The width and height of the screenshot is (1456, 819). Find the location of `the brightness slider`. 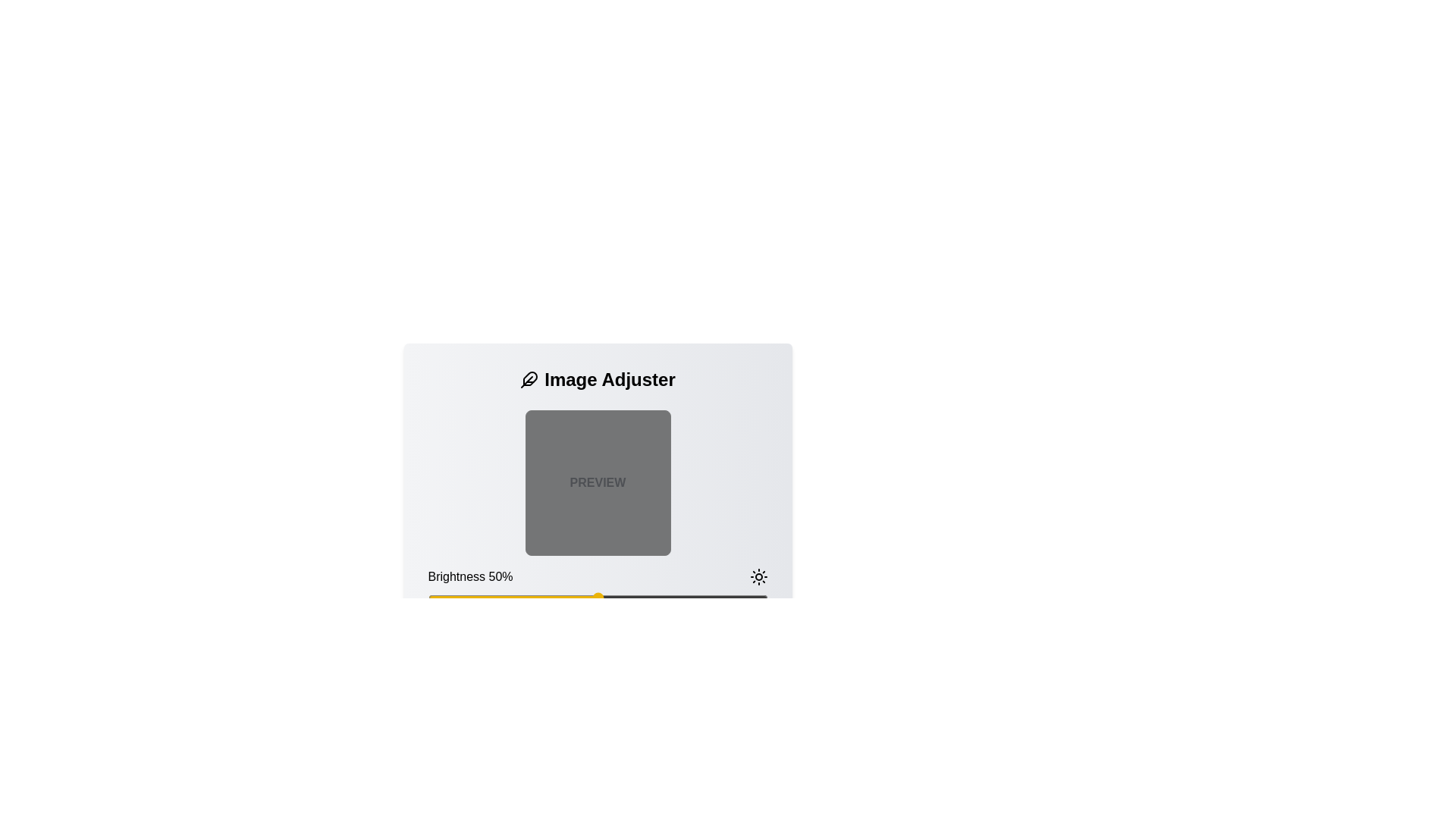

the brightness slider is located at coordinates (506, 657).